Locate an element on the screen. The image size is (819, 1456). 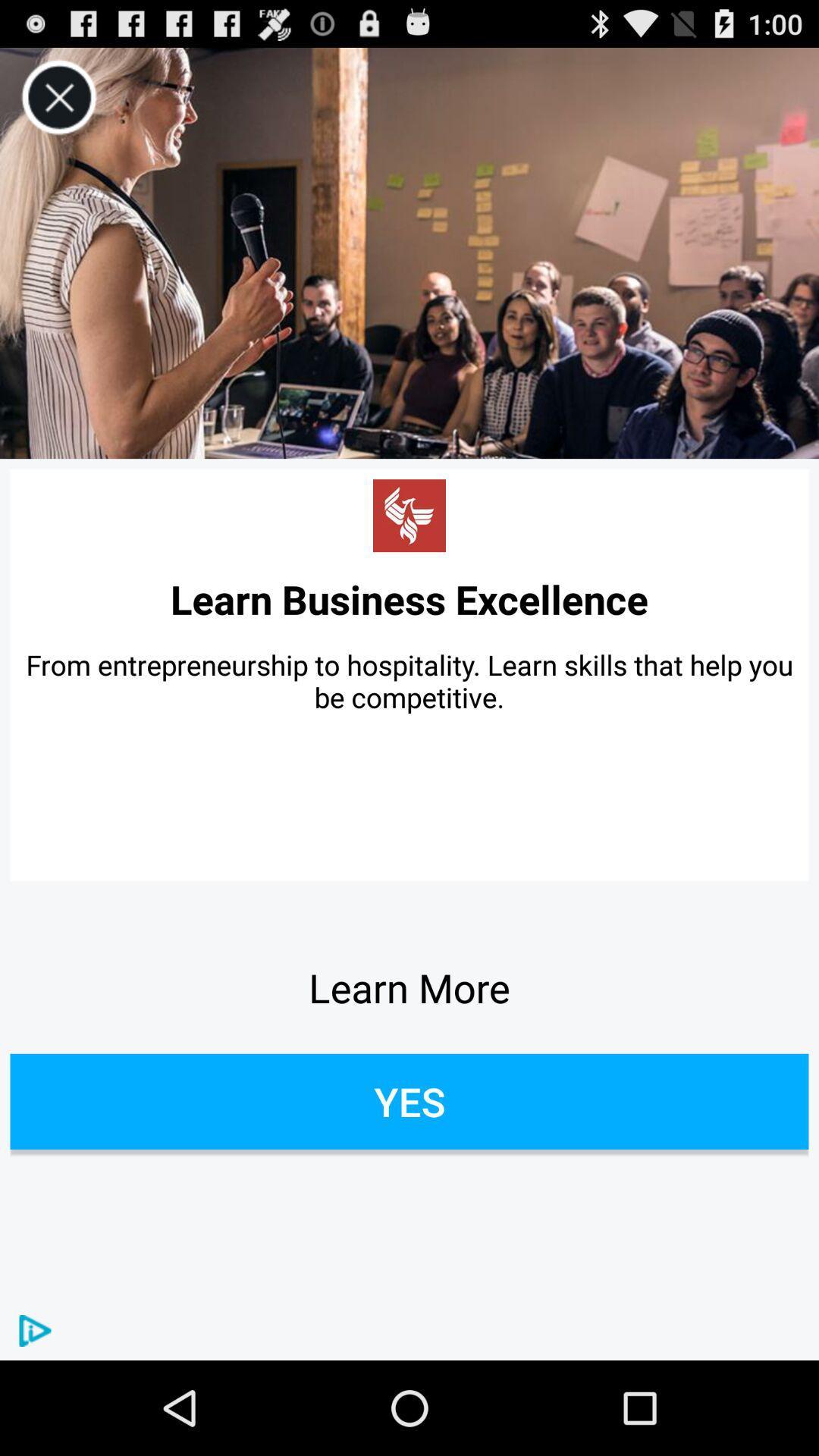
the app above the from entrepreneurship to item is located at coordinates (409, 598).